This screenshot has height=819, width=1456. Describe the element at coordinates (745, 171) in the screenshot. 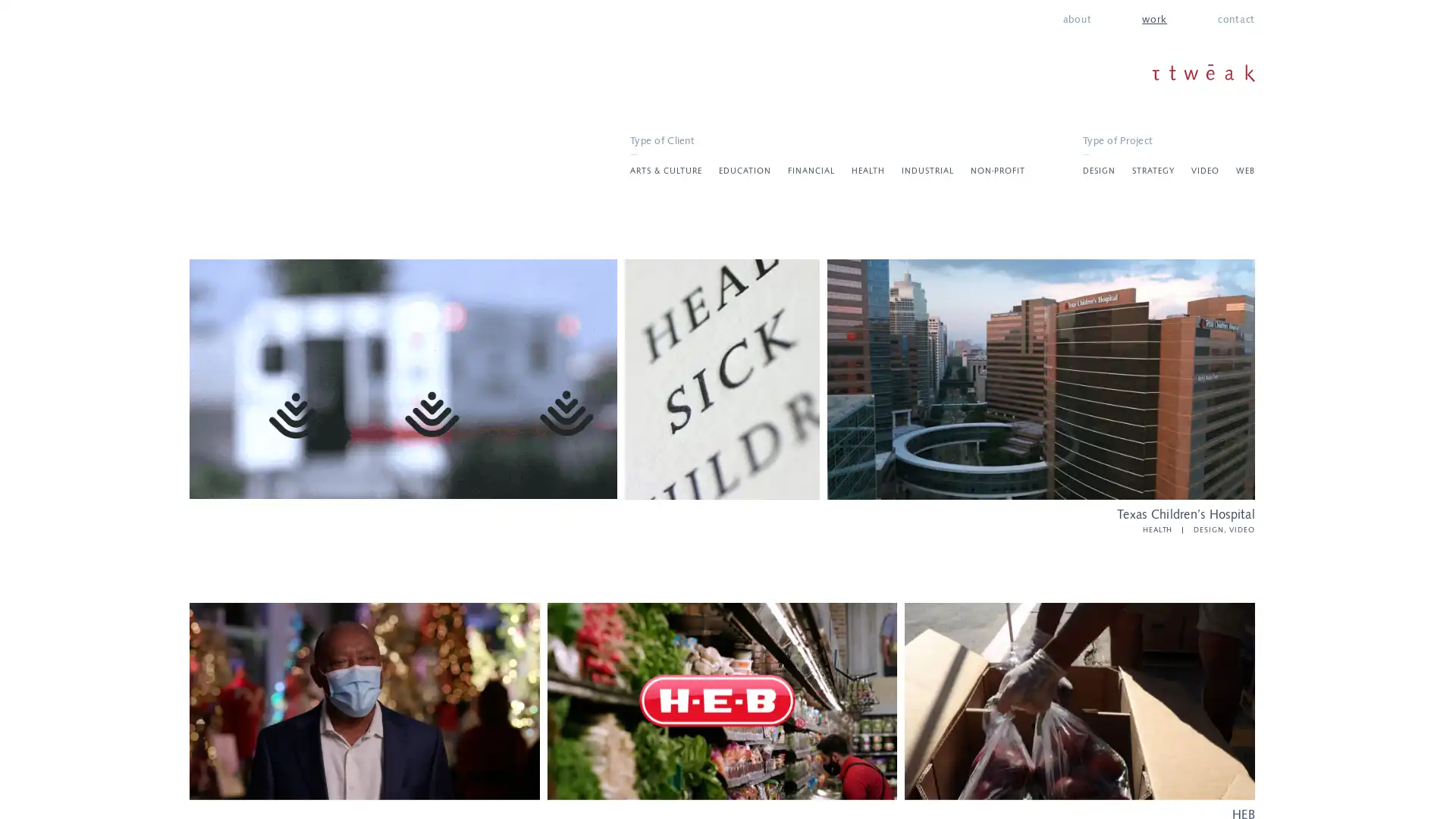

I see `EDUCATION` at that location.